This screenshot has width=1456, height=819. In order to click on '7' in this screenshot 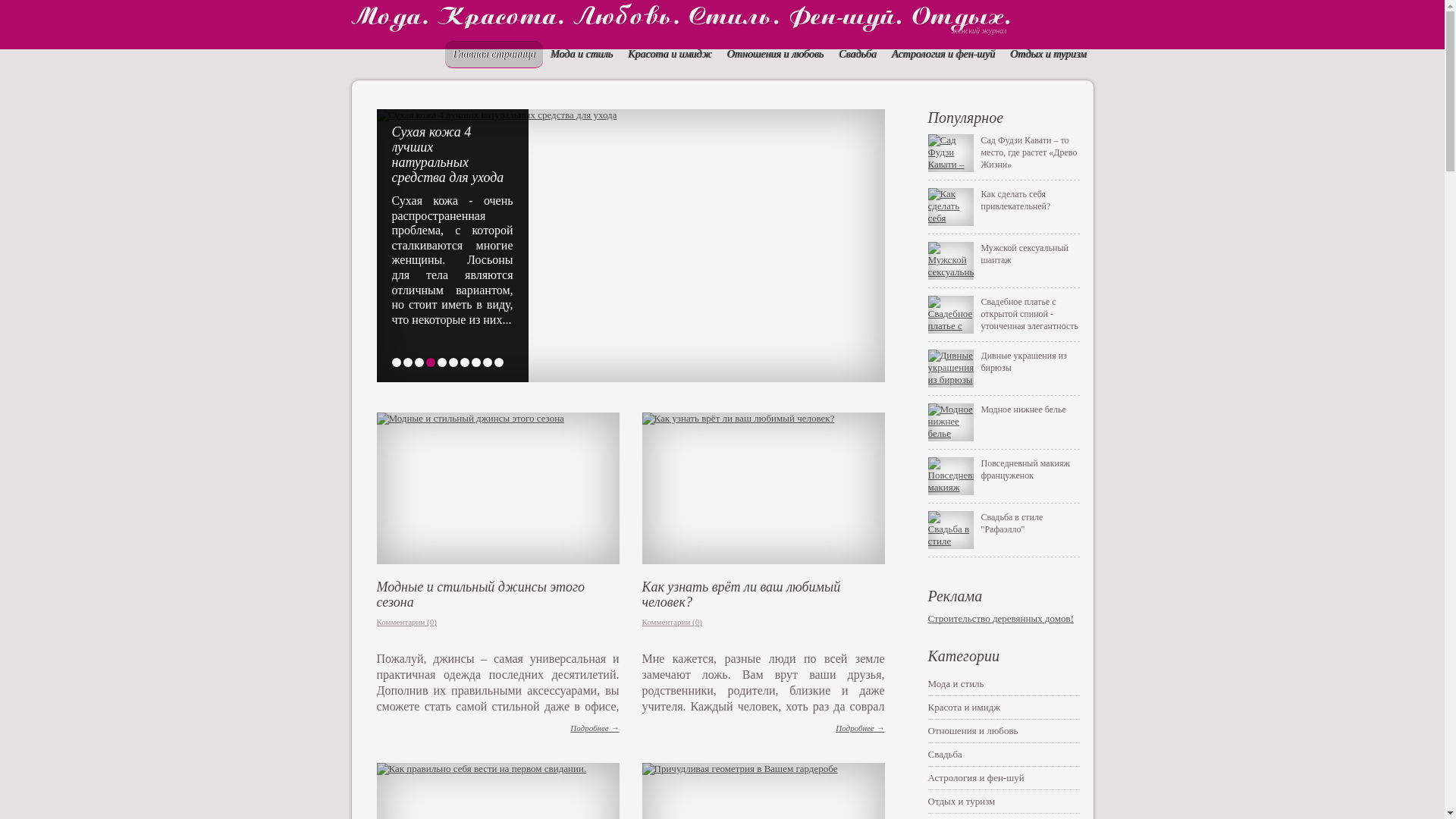, I will do `click(463, 362)`.